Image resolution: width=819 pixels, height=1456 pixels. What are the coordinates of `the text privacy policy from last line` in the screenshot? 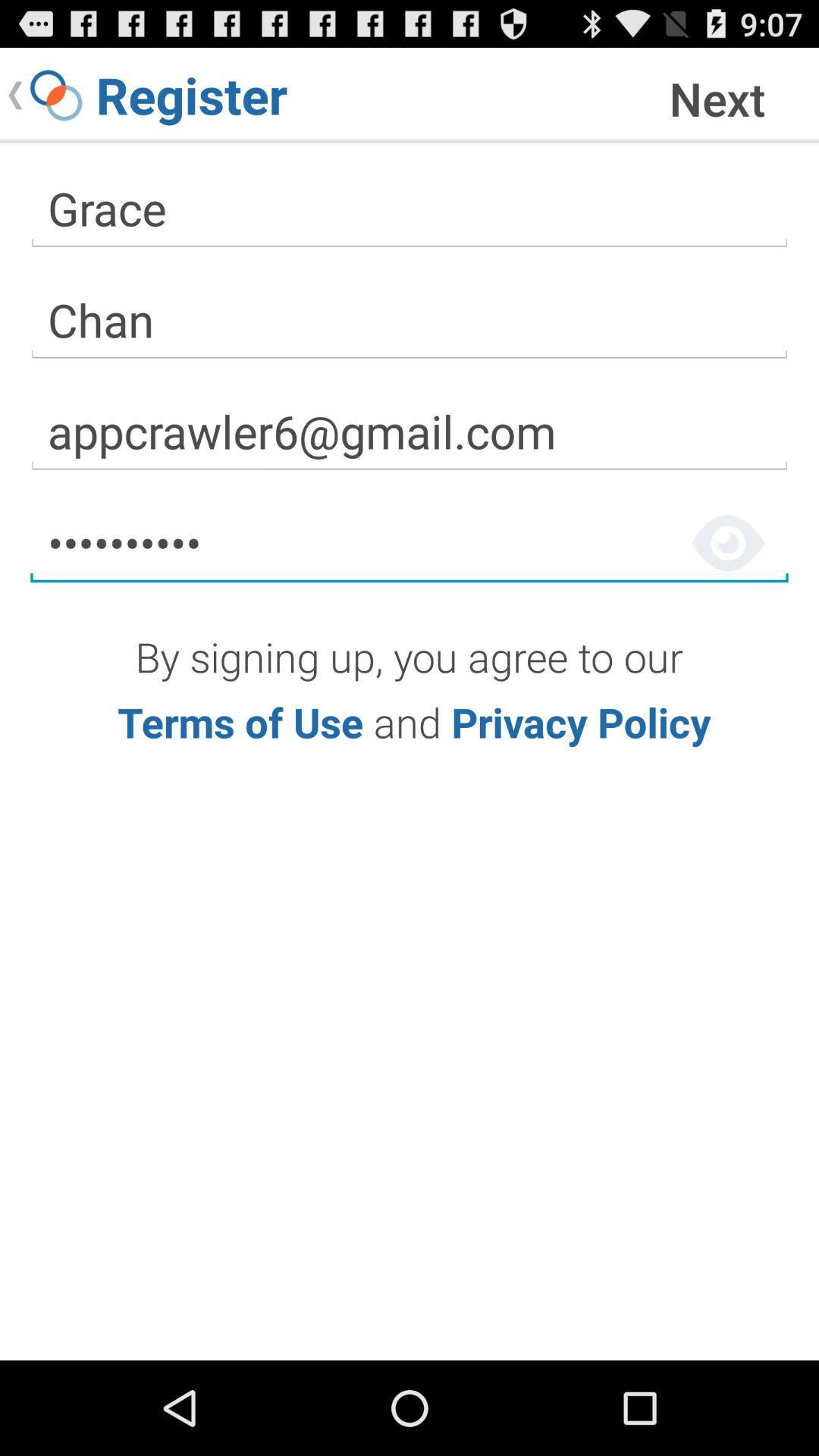 It's located at (581, 721).